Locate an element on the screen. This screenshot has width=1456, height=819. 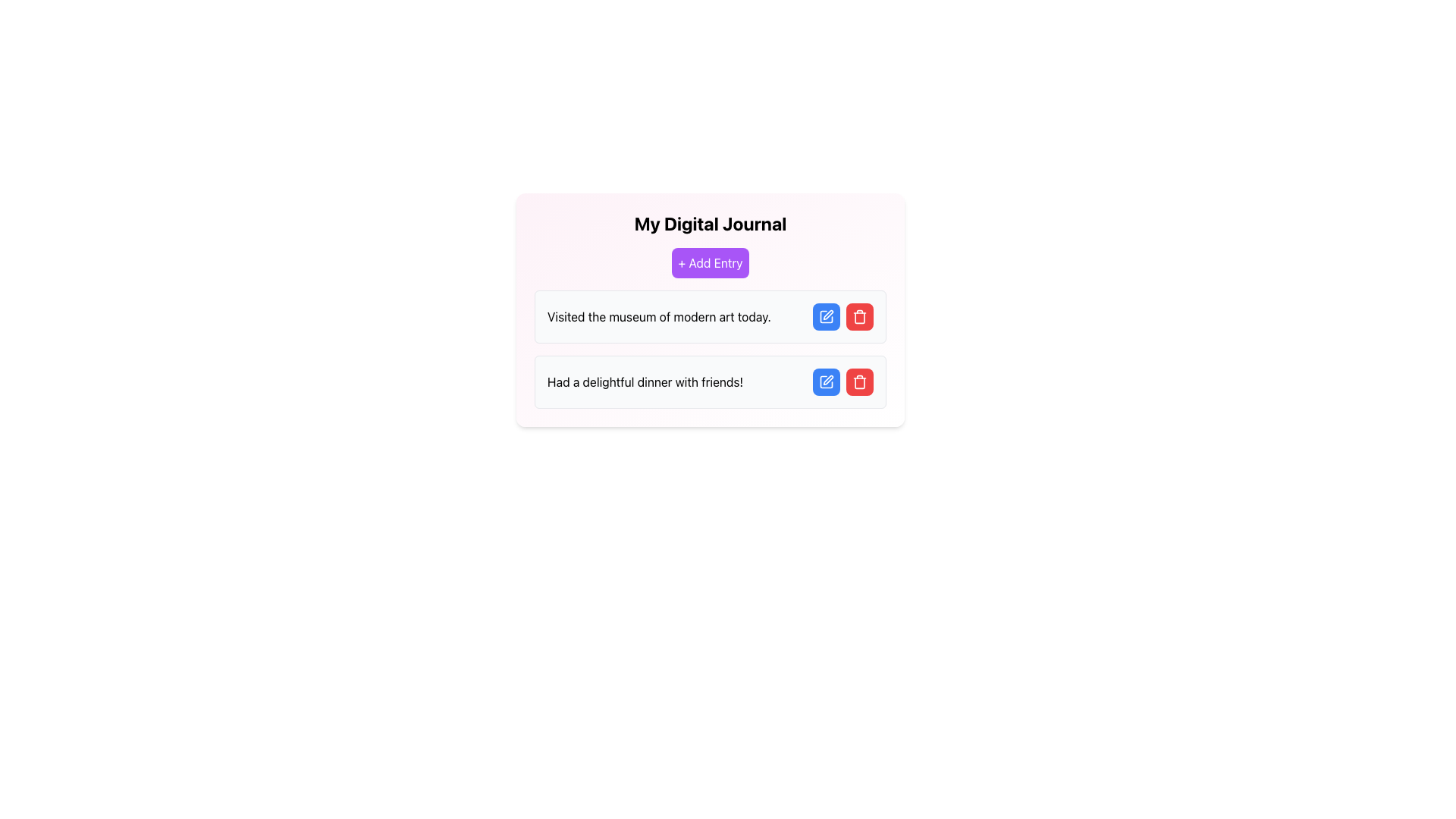
the static text block displaying 'Visited the museum of modern art today.' which is centered between the edit and delete icons is located at coordinates (659, 315).